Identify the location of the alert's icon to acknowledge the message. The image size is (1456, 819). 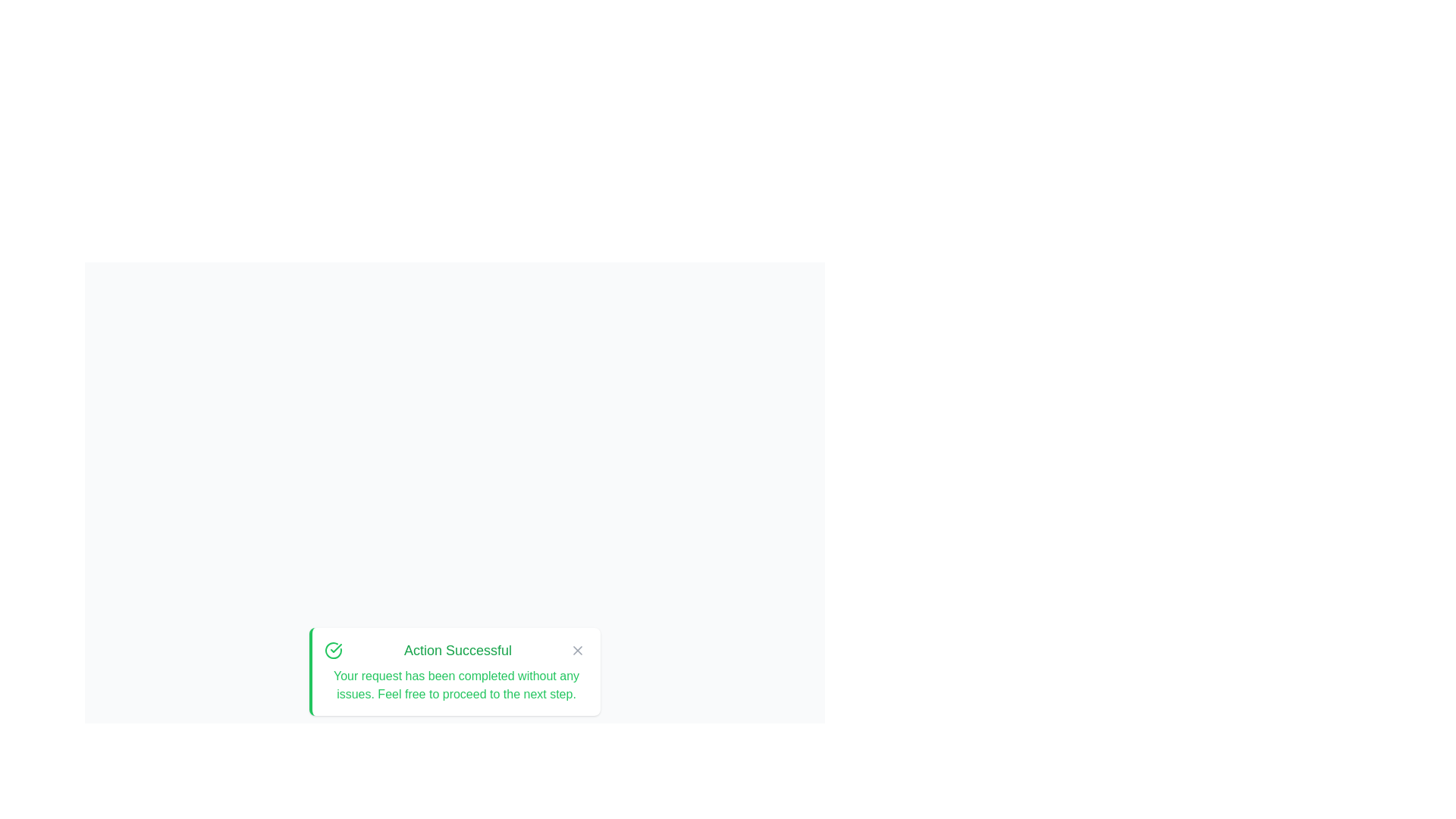
(333, 649).